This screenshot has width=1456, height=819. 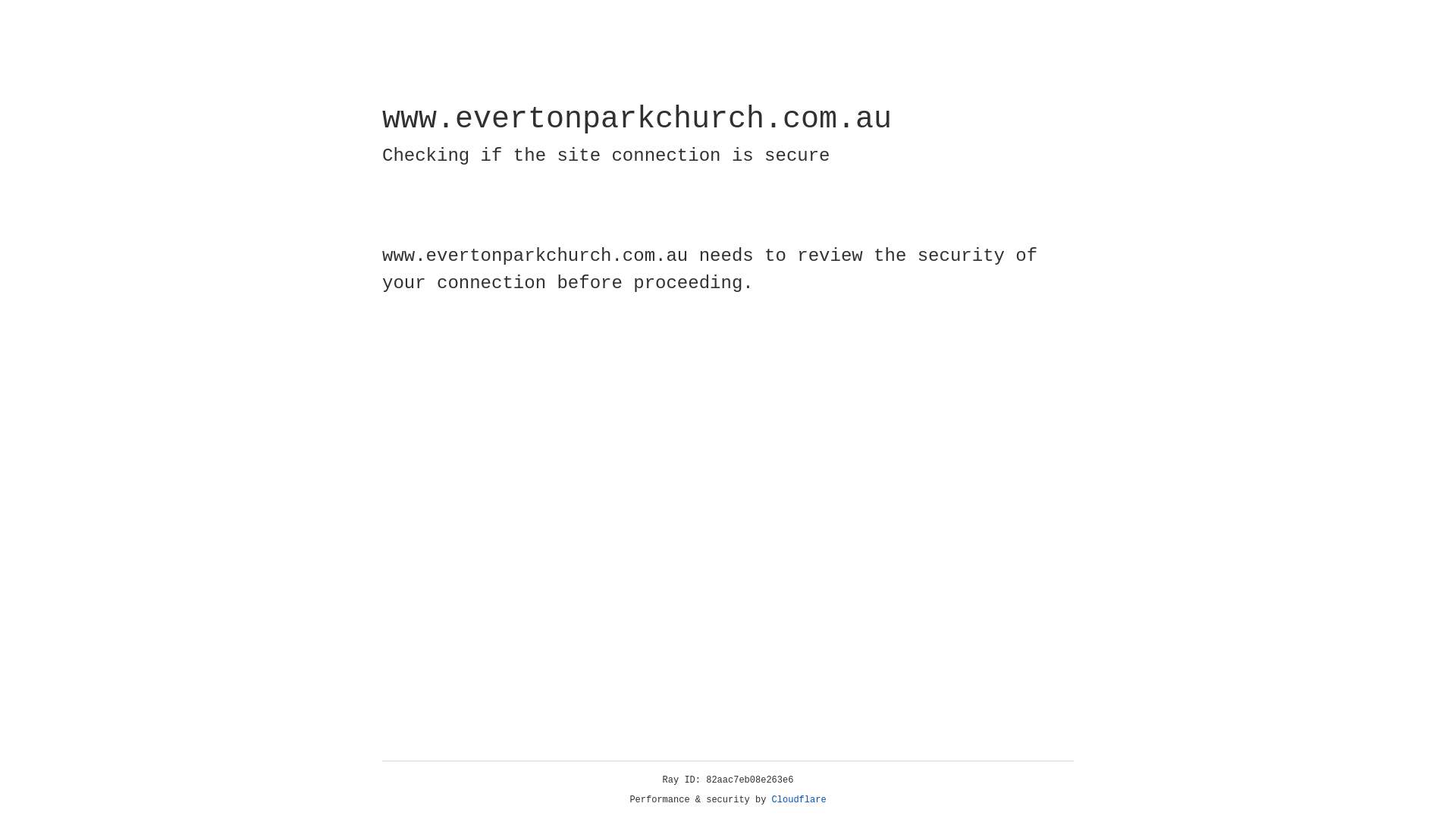 I want to click on 'Cloudflare', so click(x=771, y=799).